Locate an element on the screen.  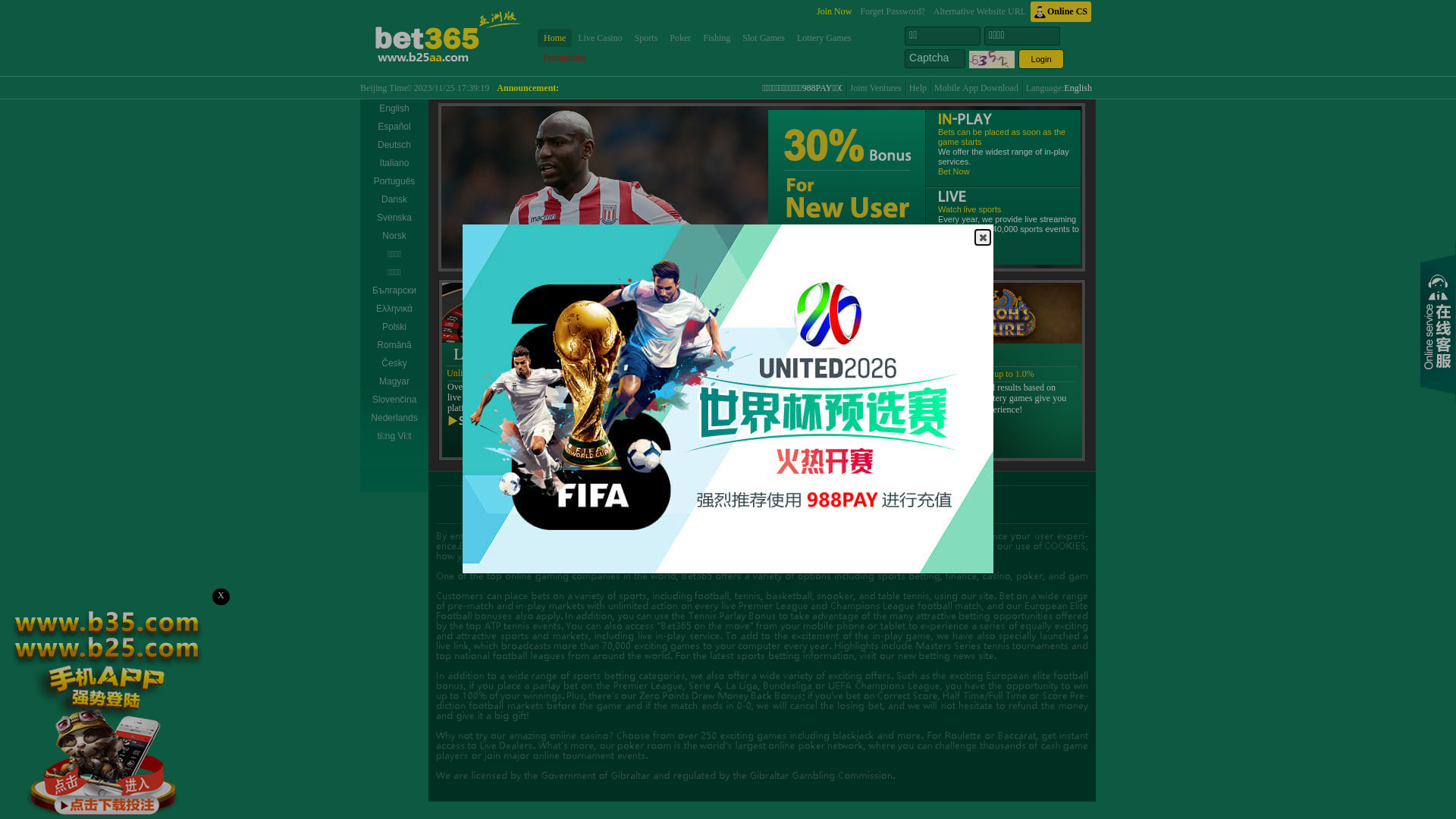
'Nederlands' is located at coordinates (359, 418).